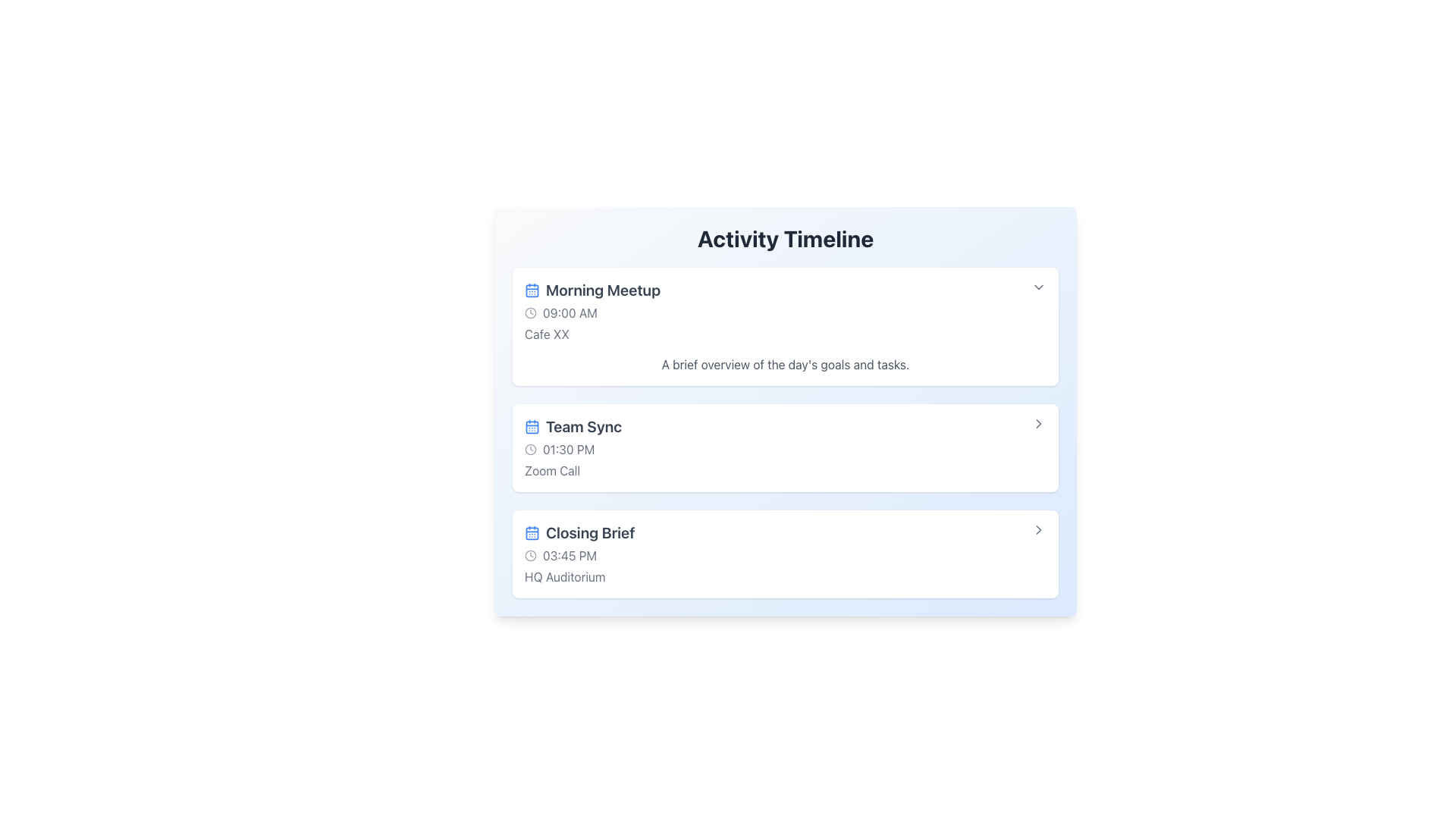  What do you see at coordinates (573, 449) in the screenshot?
I see `the time displayed in the 'Team Sync' section of the 'Activity Timeline', which shows '01:30 PM'` at bounding box center [573, 449].